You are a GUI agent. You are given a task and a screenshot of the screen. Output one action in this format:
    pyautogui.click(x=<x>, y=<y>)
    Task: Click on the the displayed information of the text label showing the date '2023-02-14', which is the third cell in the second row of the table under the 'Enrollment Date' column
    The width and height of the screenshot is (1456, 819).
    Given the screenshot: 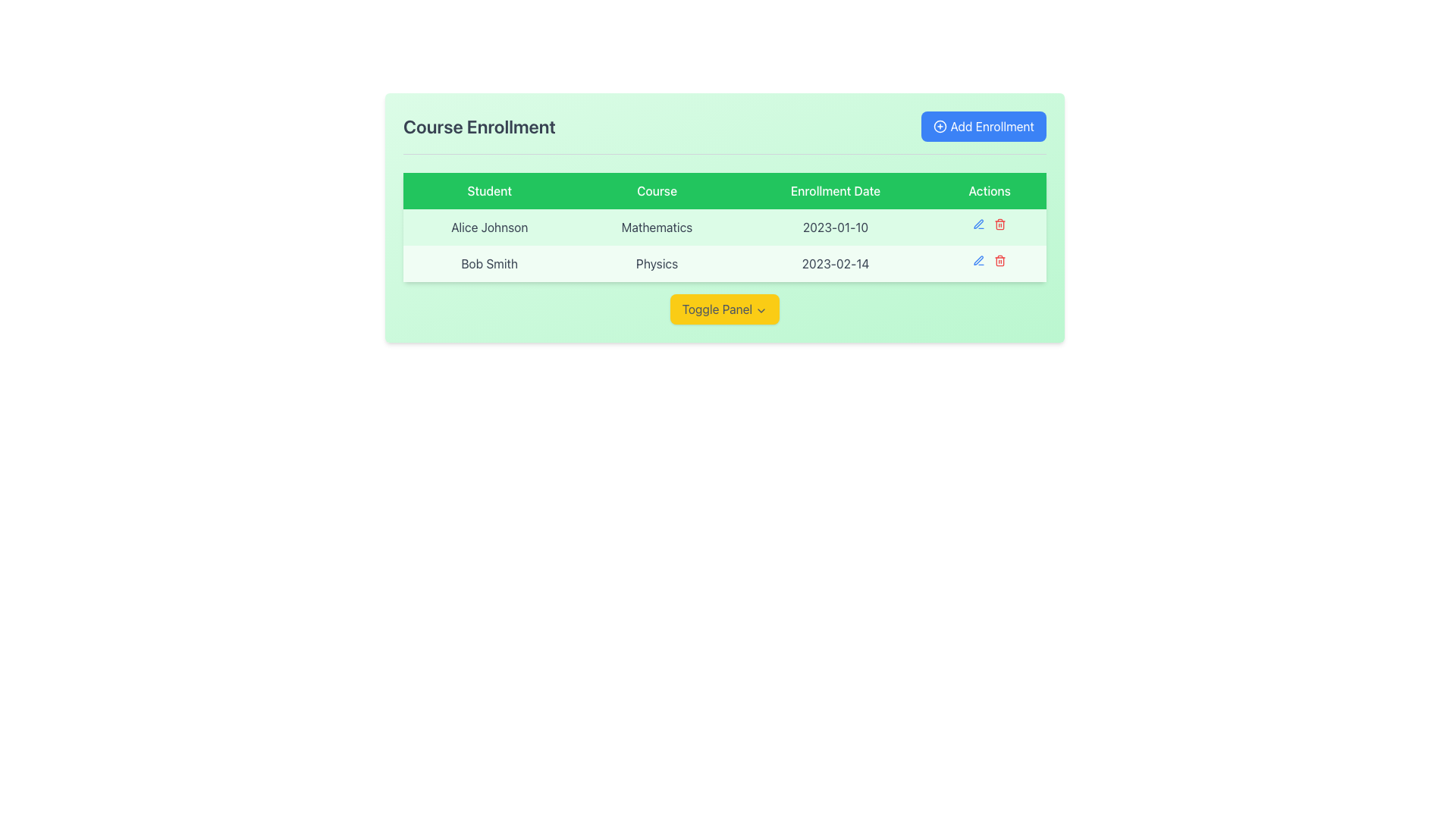 What is the action you would take?
    pyautogui.click(x=835, y=262)
    